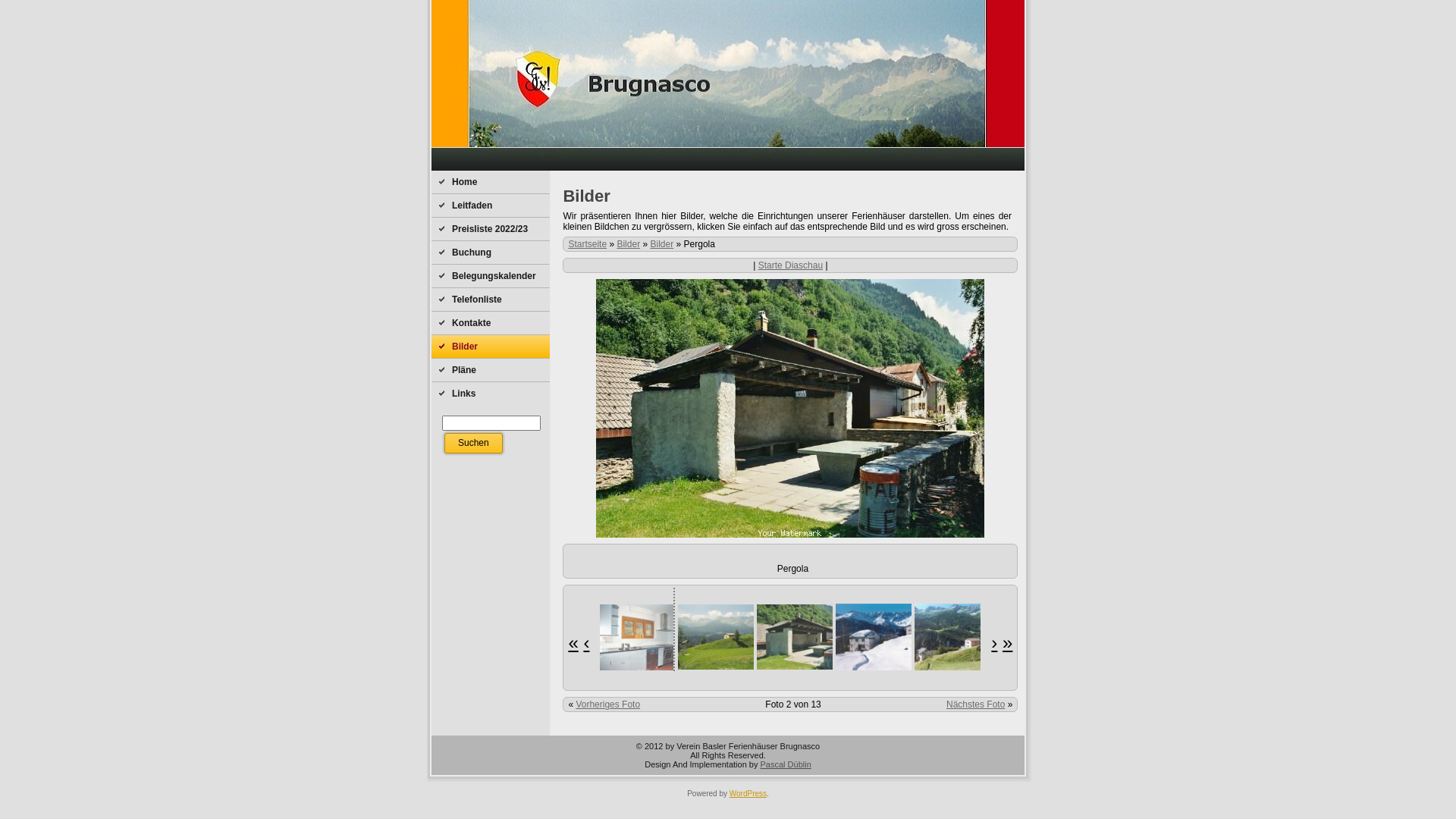 This screenshot has width=1456, height=819. I want to click on 'Starte Diaschau', so click(789, 265).